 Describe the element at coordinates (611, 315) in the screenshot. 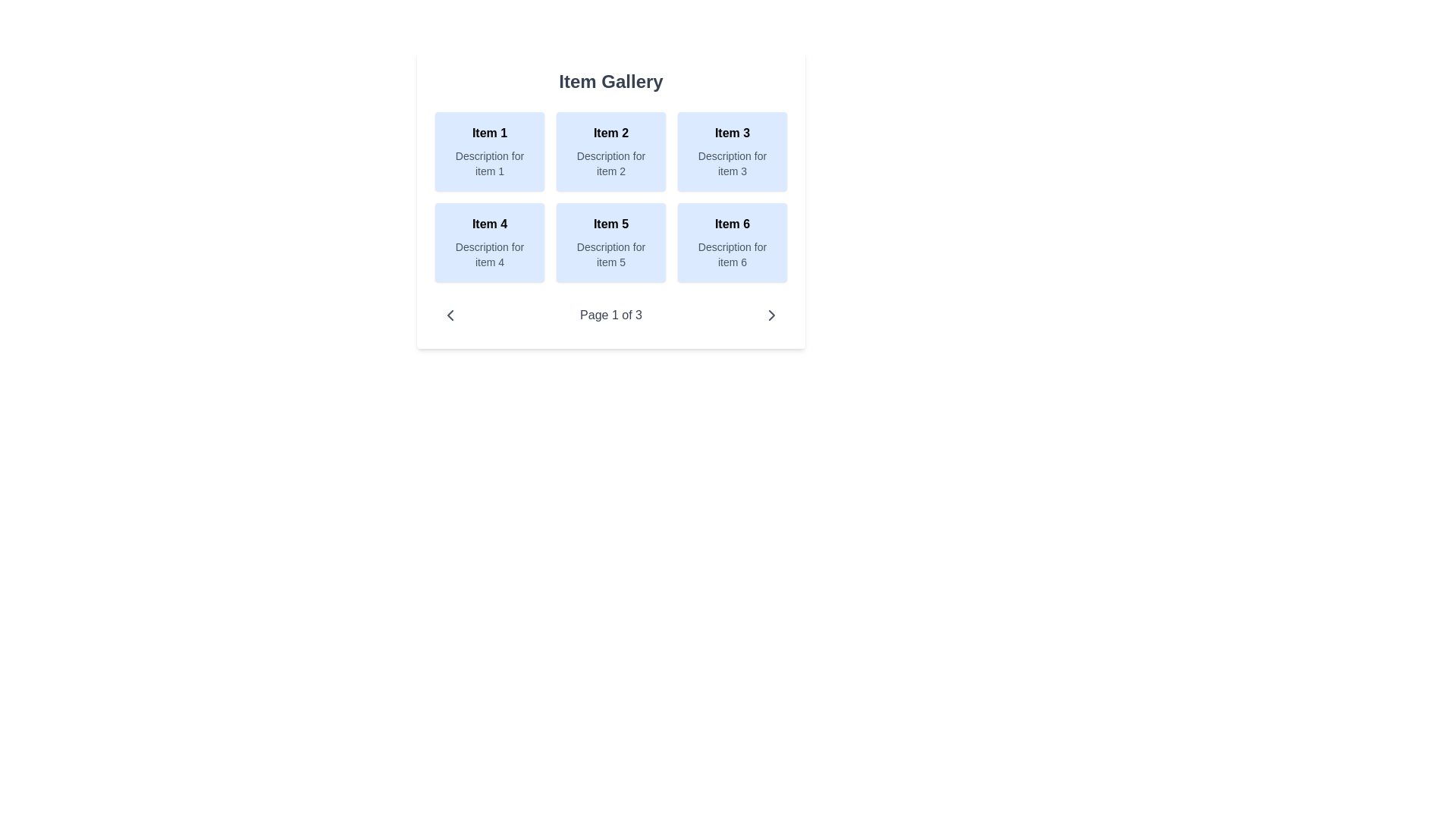

I see `the text label displaying 'Page 1 of 3' in light gray color, which indicates the current page in a multi-page navigation section` at that location.